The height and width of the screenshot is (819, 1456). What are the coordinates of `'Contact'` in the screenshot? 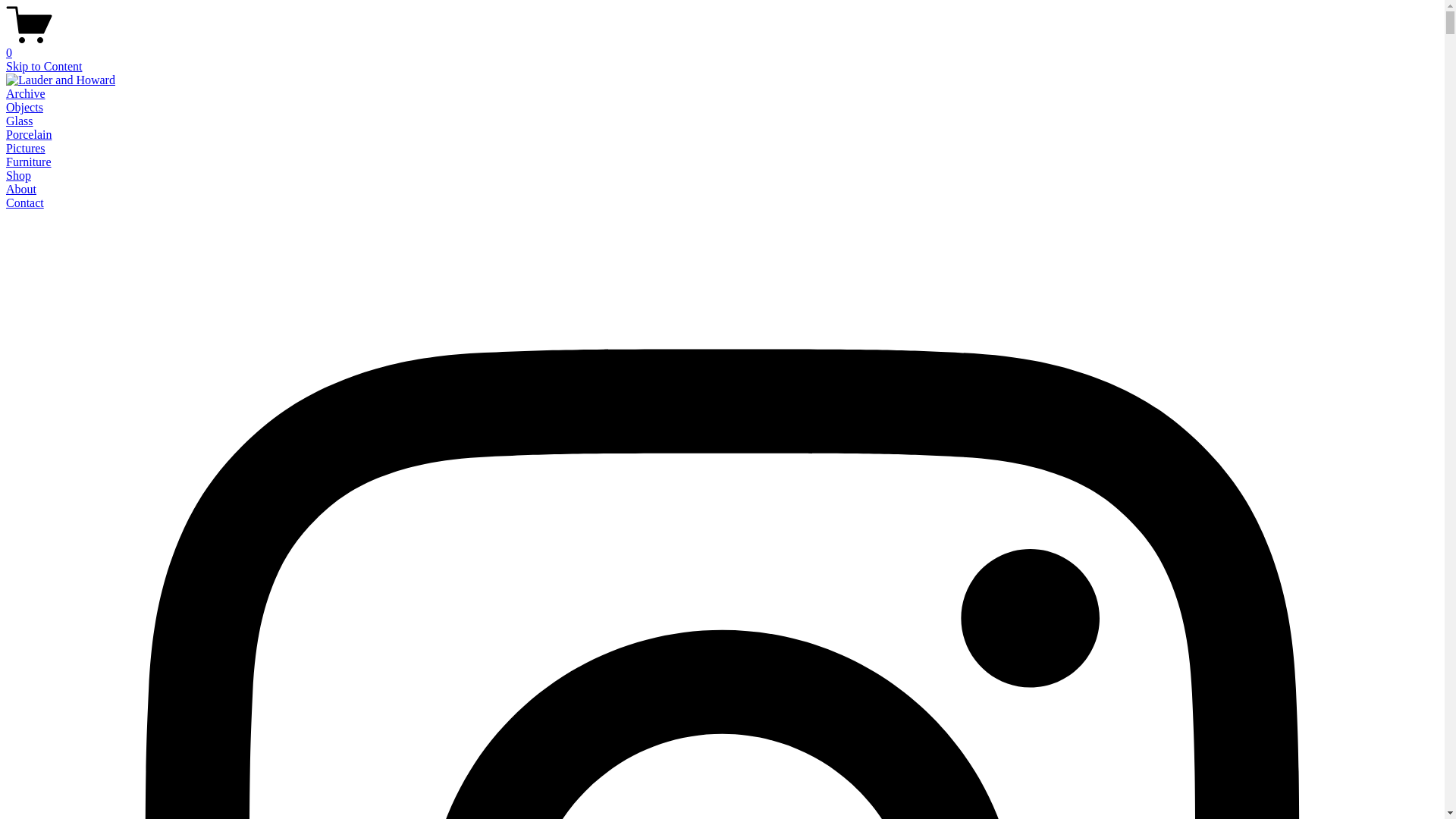 It's located at (6, 202).